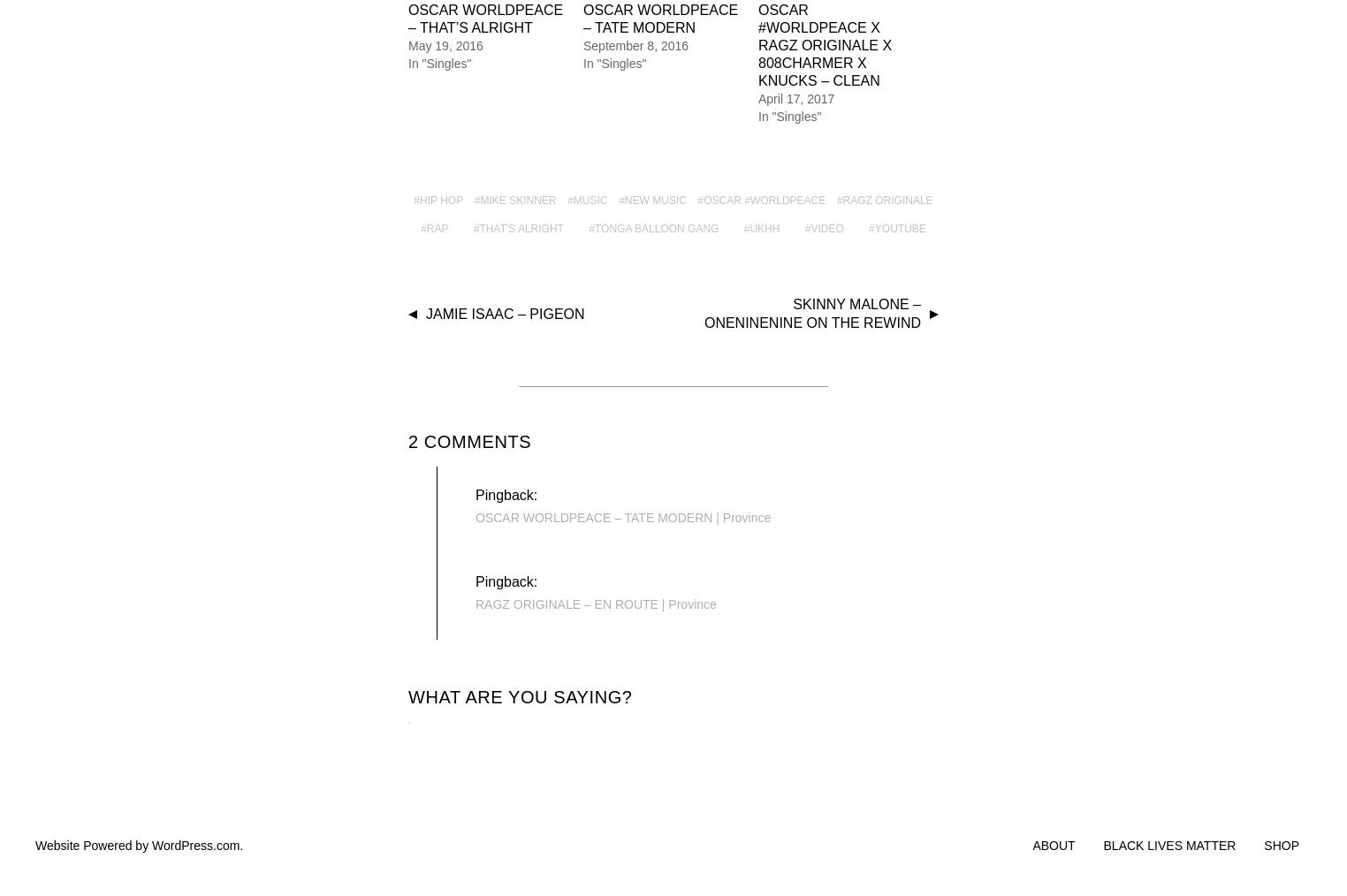 The height and width of the screenshot is (896, 1347). What do you see at coordinates (887, 200) in the screenshot?
I see `'Ragz Originale'` at bounding box center [887, 200].